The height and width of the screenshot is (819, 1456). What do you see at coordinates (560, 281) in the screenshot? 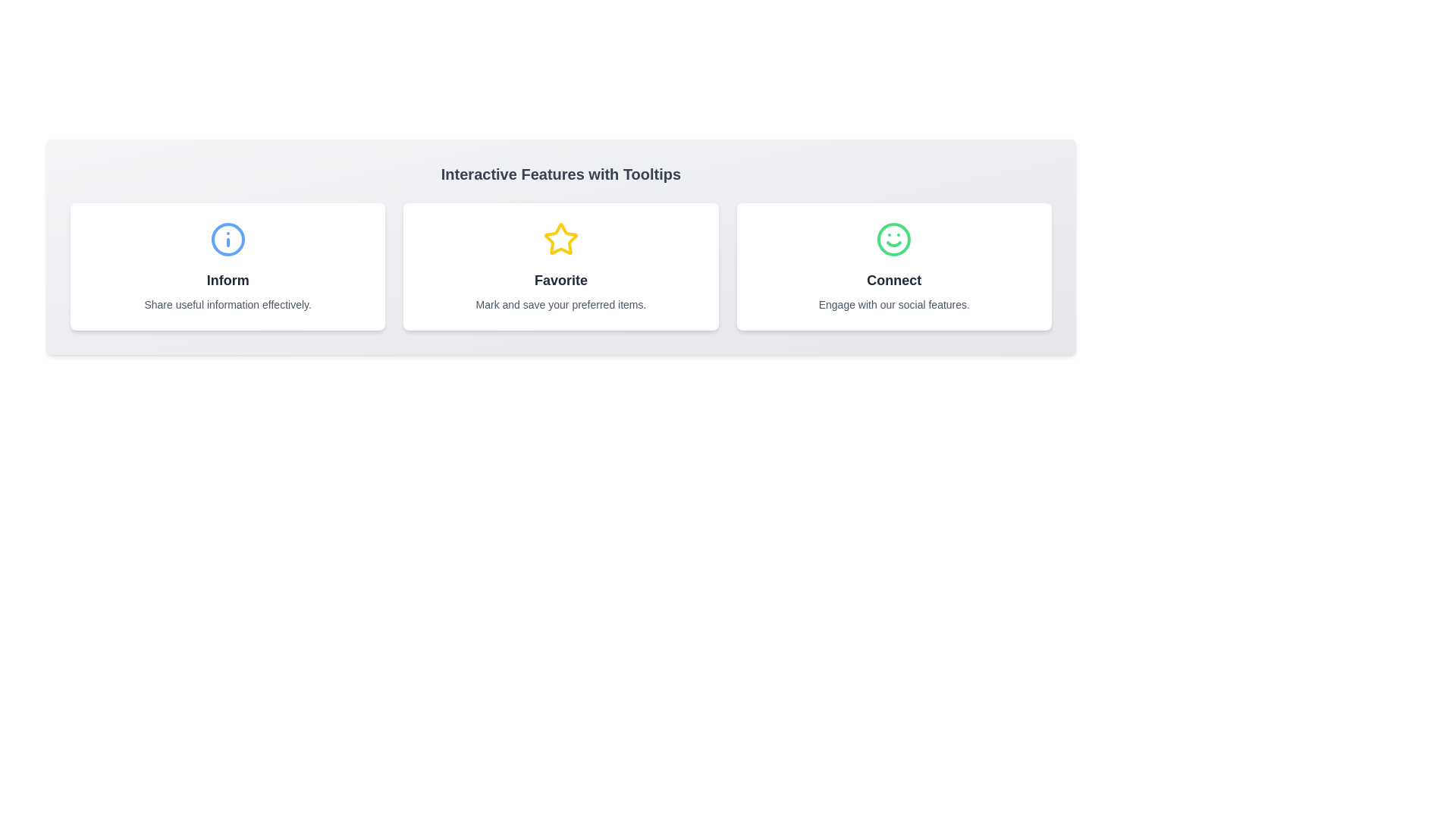
I see `the 'Favorite' text label, which is bold, large, and dark gray, located in the second card of a horizontally aligned group of three containers` at bounding box center [560, 281].